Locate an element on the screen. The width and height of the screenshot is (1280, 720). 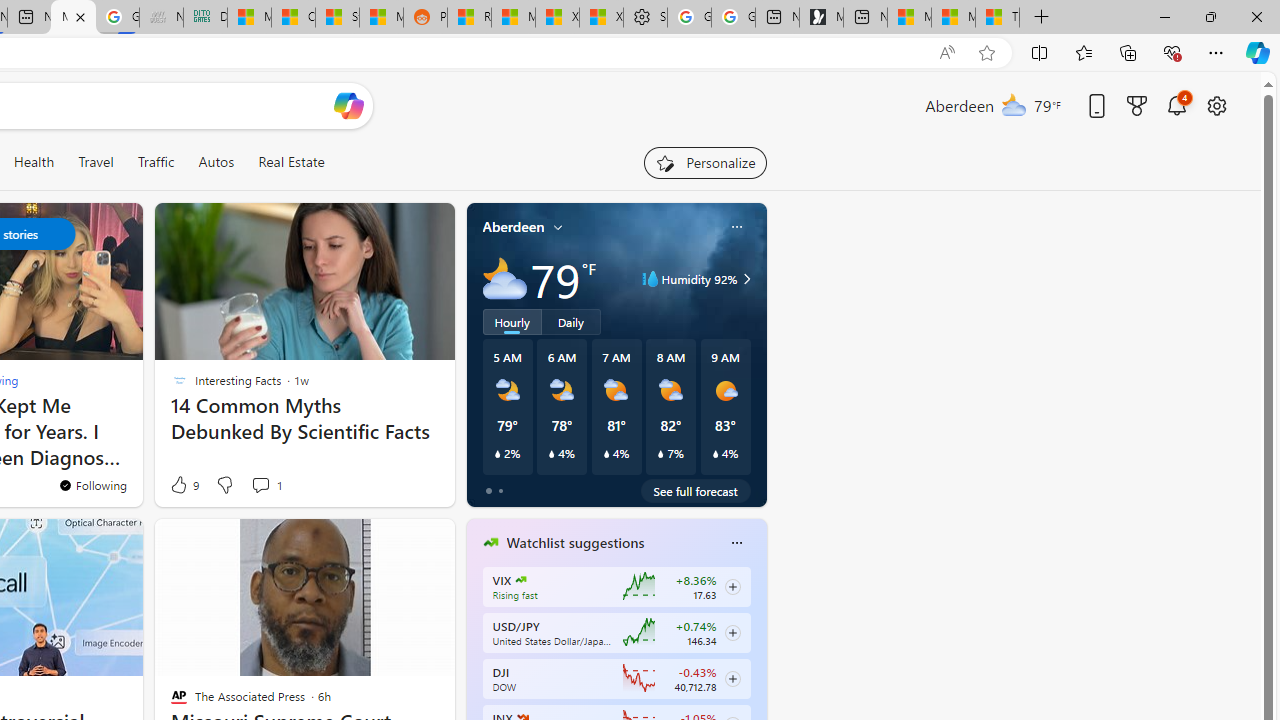
'These 3 Stocks Pay You More Than 5% to Own Them' is located at coordinates (997, 17).